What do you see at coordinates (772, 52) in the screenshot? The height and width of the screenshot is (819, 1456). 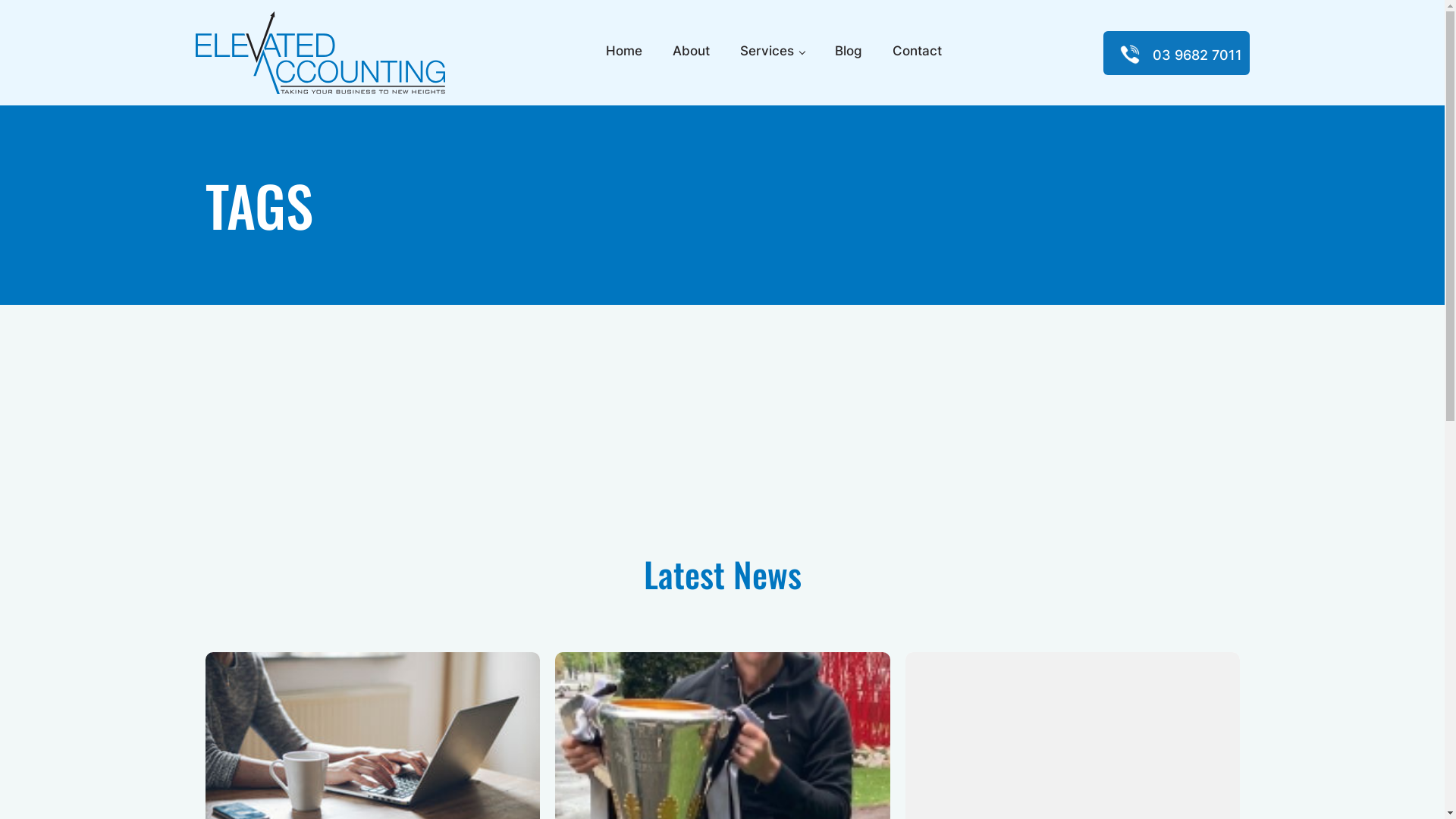 I see `'Services'` at bounding box center [772, 52].